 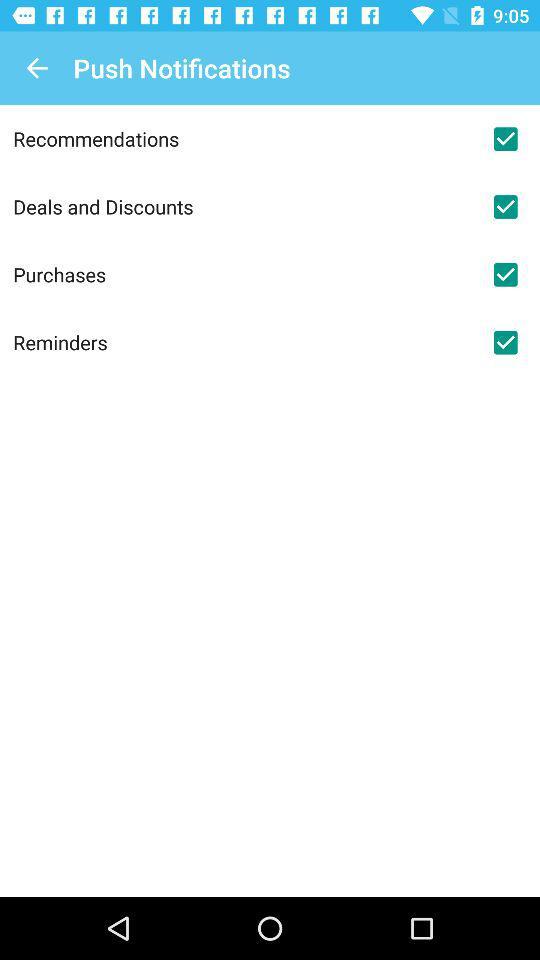 I want to click on icon above the recommendations item, so click(x=36, y=68).